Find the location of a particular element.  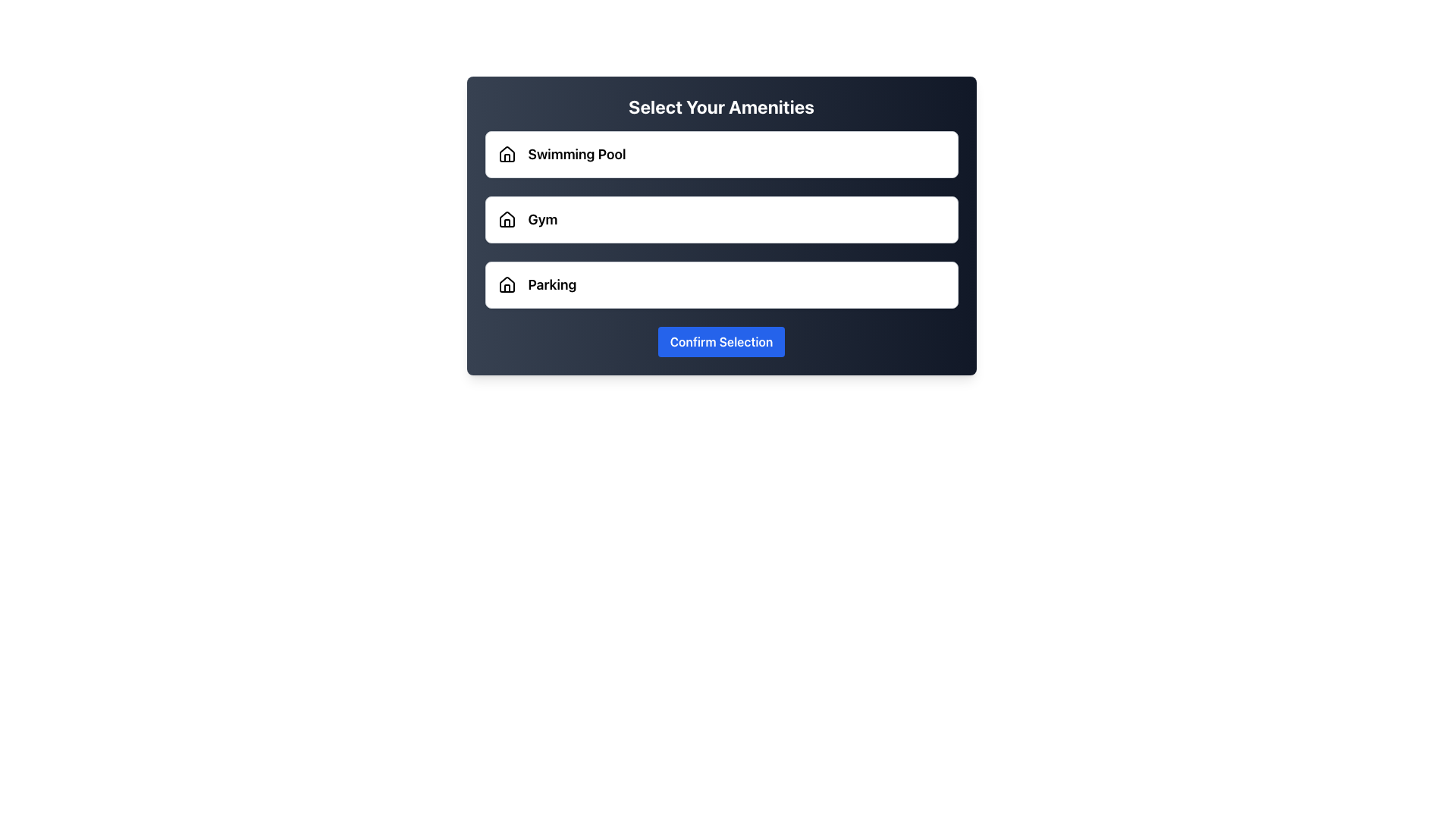

the amenities group, which contains options like 'Swimming Pool,' 'Gym,' and 'Parking,' to trigger an additional styling effect is located at coordinates (720, 219).